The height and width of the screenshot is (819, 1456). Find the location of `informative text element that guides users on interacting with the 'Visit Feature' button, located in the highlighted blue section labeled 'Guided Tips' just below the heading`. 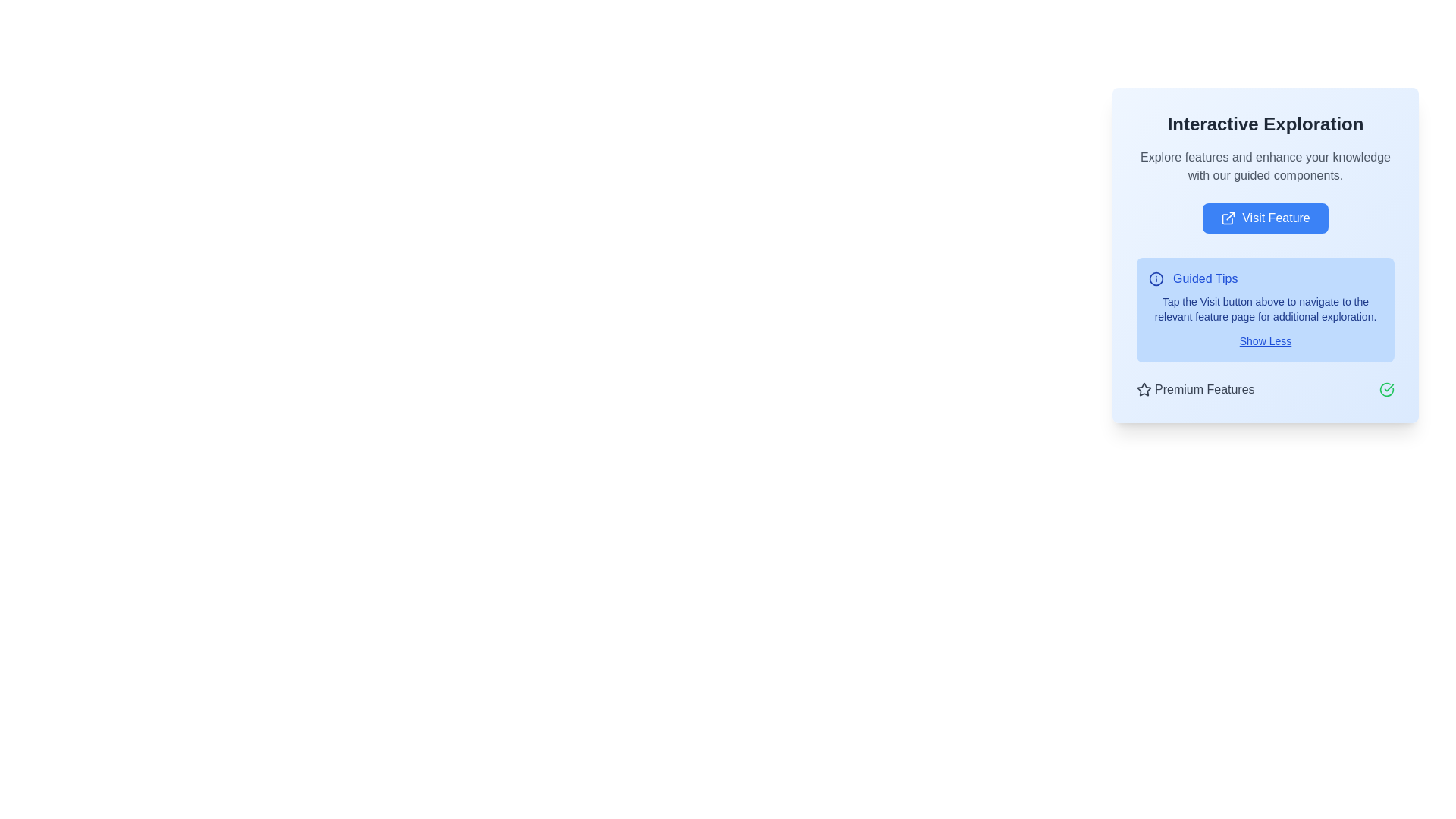

informative text element that guides users on interacting with the 'Visit Feature' button, located in the highlighted blue section labeled 'Guided Tips' just below the heading is located at coordinates (1266, 309).